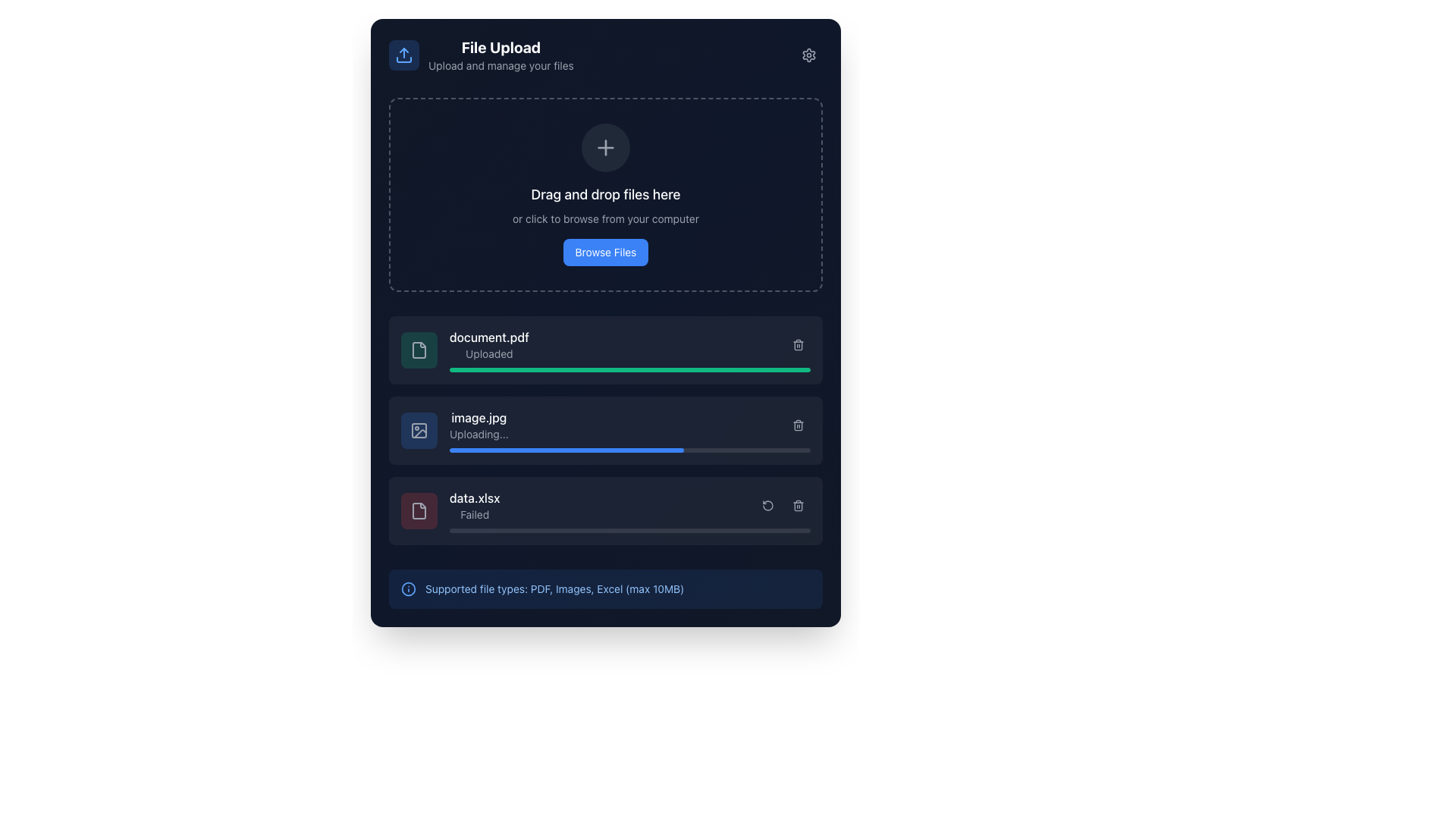 Image resolution: width=1456 pixels, height=819 pixels. I want to click on the decorative rectangle icon representing interaction related to the file 'image.jpg', located in the file upload interface area, so click(419, 430).